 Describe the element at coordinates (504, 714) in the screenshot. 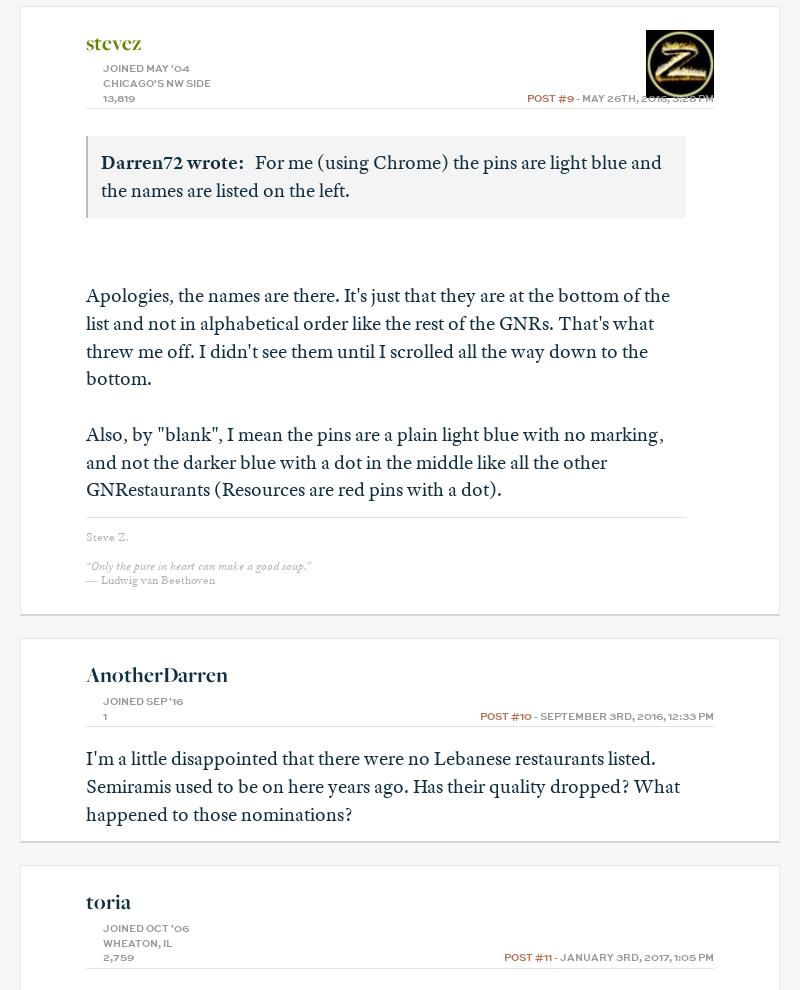

I see `'Post #10'` at that location.